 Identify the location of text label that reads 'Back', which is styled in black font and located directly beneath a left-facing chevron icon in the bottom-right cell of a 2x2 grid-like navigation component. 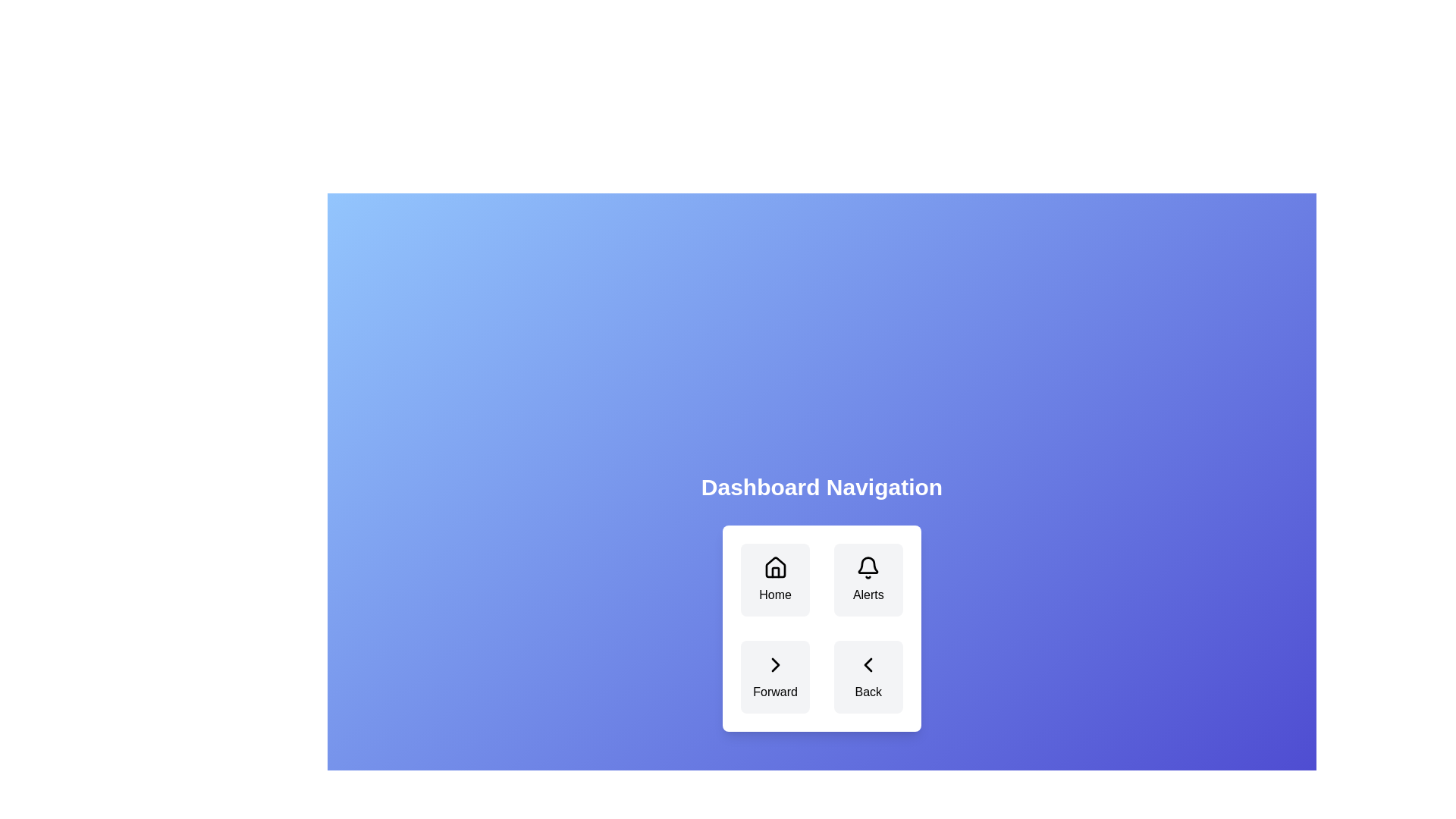
(868, 692).